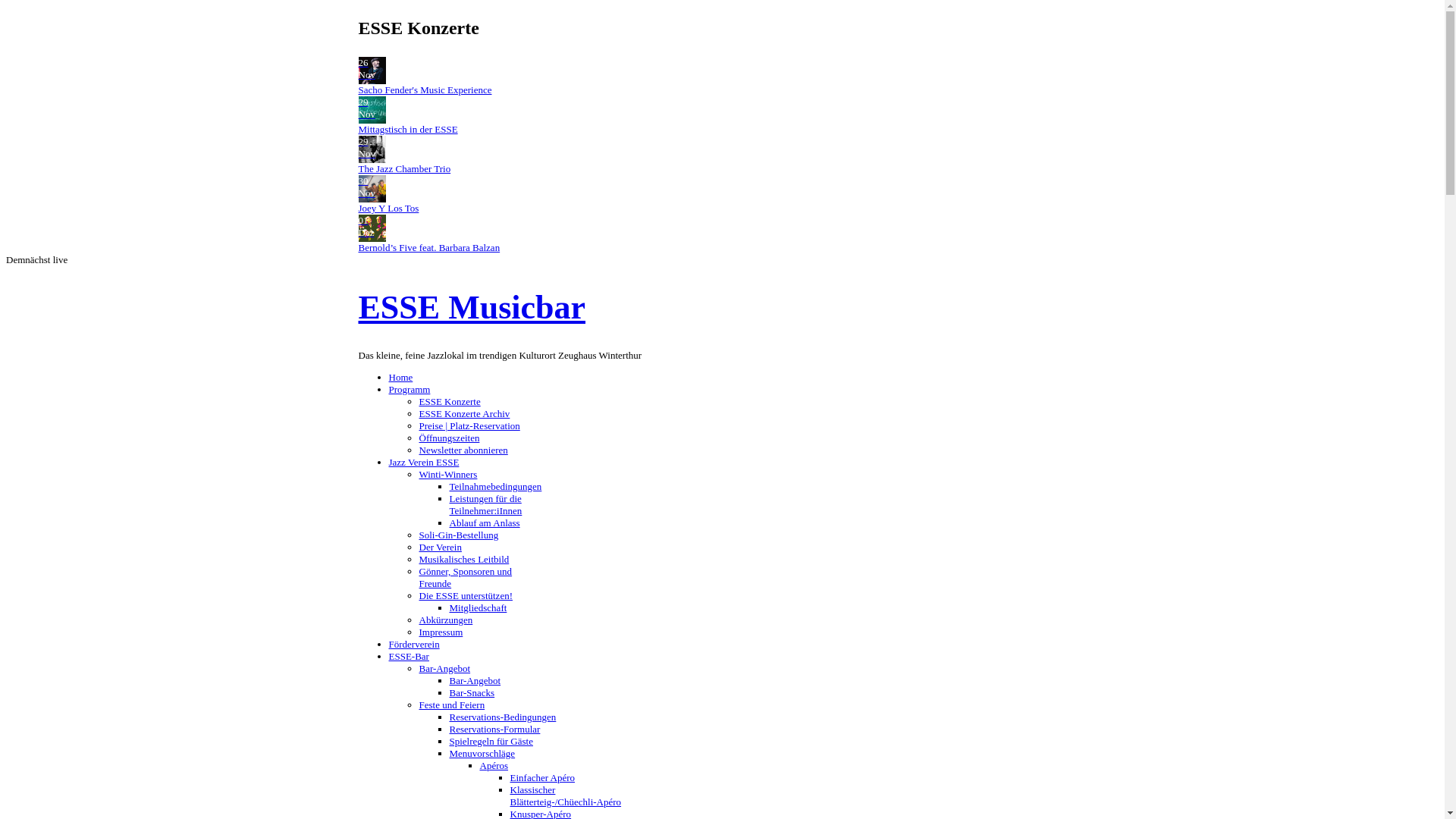 This screenshot has width=1456, height=819. I want to click on 'Soli-Gin-Bestellung', so click(457, 534).